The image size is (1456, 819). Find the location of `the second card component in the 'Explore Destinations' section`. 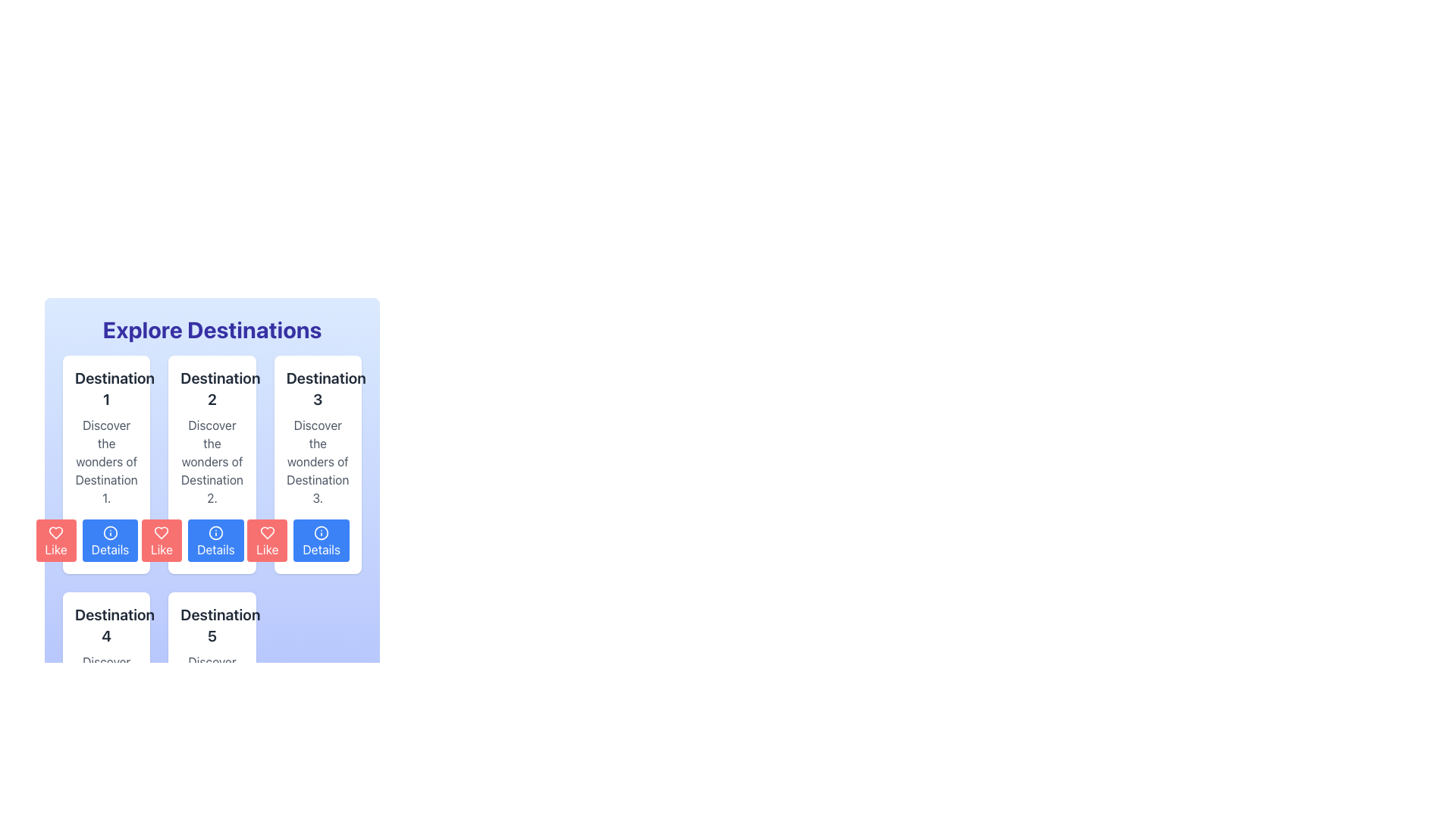

the second card component in the 'Explore Destinations' section is located at coordinates (211, 470).